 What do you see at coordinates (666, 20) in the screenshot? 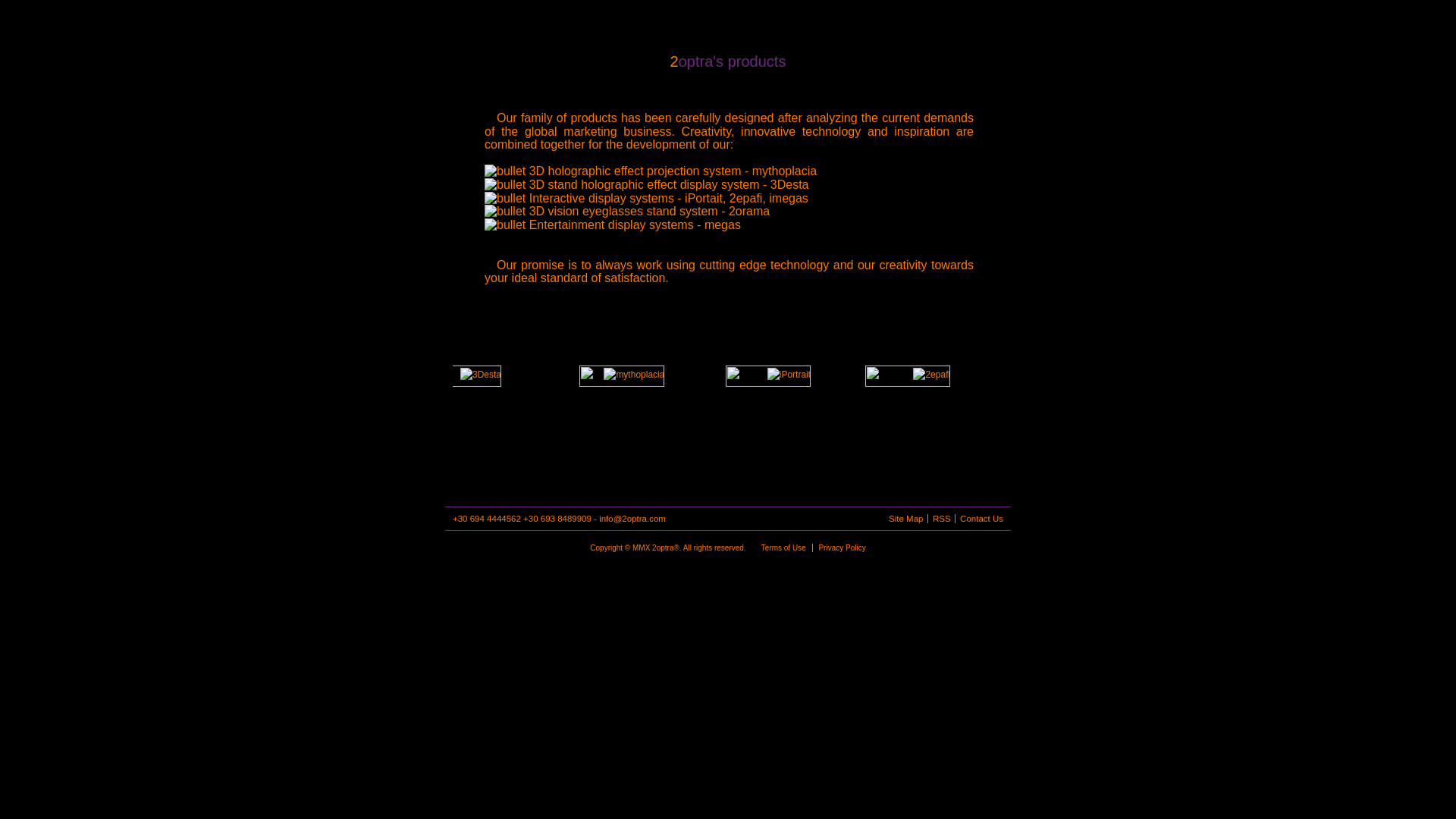
I see `'solutions'` at bounding box center [666, 20].